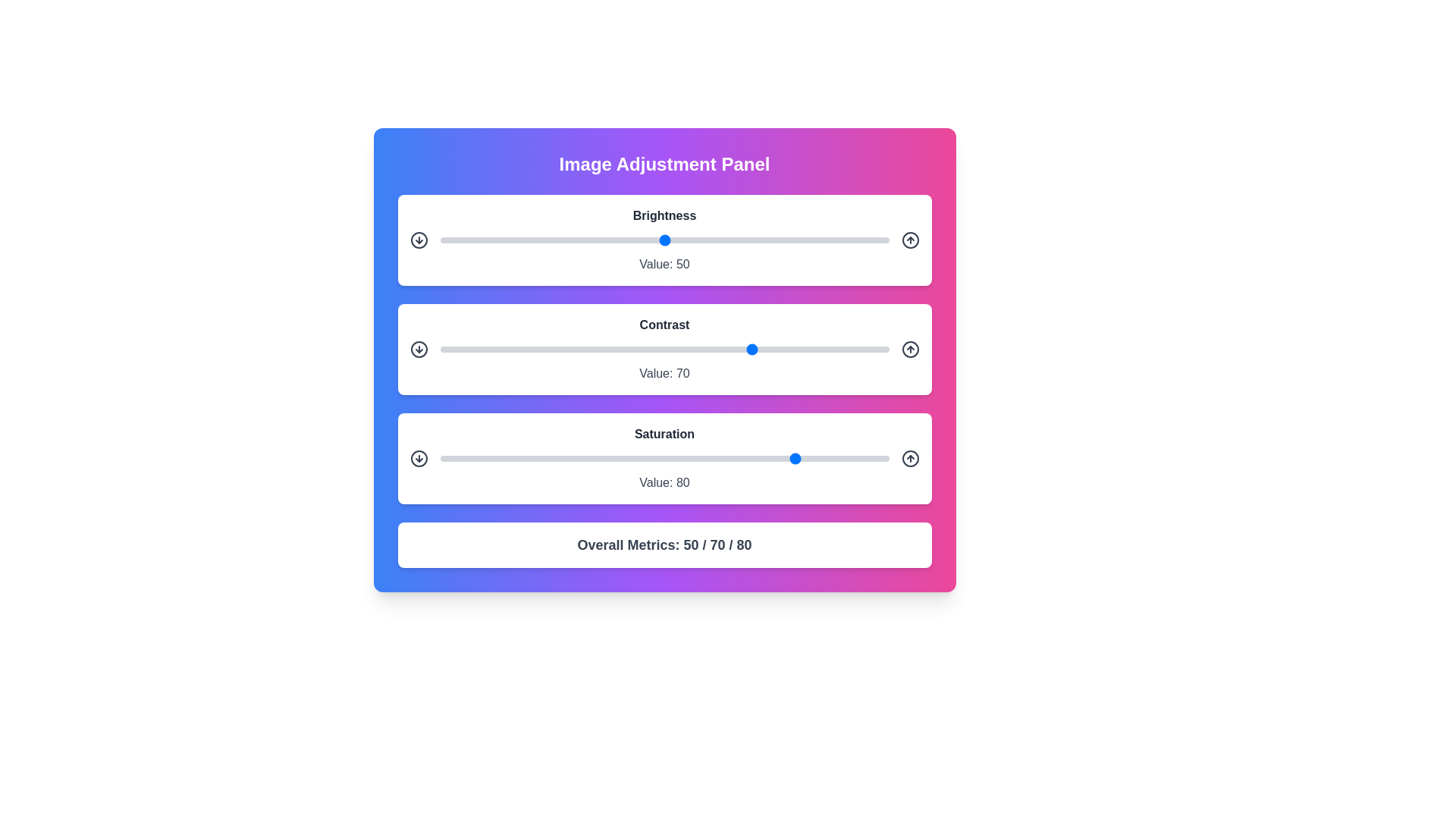  I want to click on the slider value, so click(466, 458).